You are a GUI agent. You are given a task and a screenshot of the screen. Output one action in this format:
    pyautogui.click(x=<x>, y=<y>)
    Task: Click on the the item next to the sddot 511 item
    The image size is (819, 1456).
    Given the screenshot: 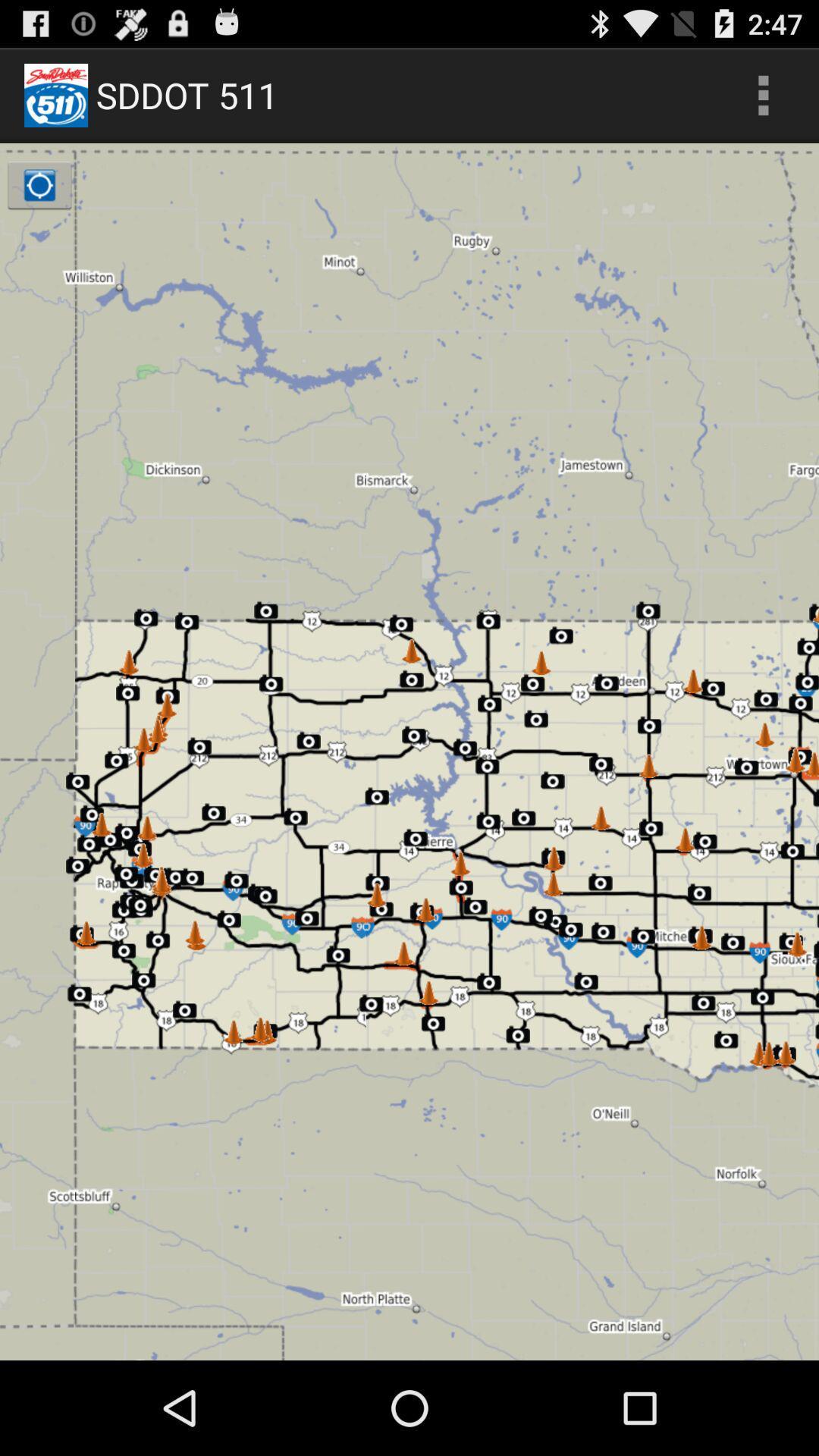 What is the action you would take?
    pyautogui.click(x=763, y=94)
    